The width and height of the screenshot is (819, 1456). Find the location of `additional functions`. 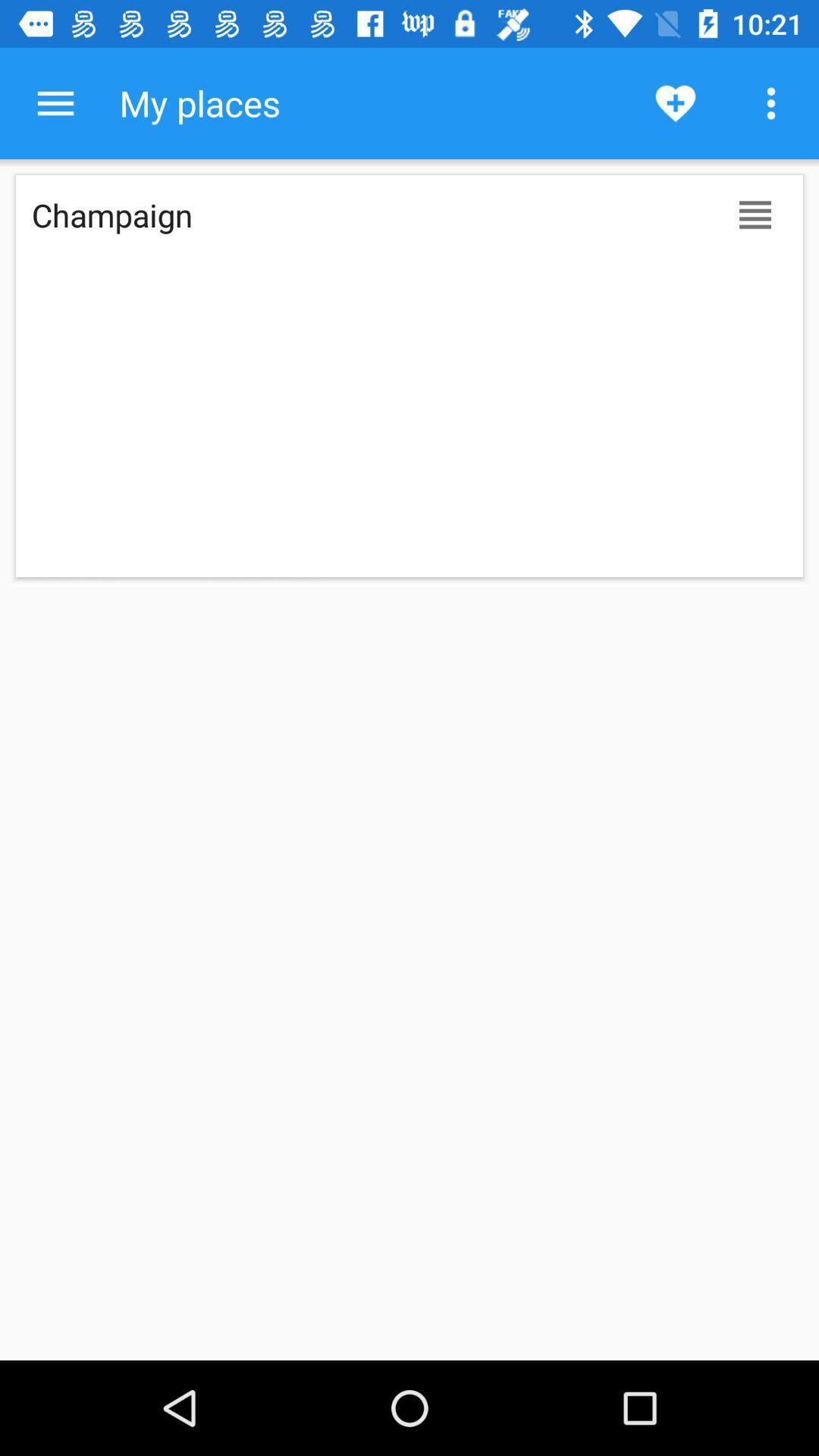

additional functions is located at coordinates (55, 102).